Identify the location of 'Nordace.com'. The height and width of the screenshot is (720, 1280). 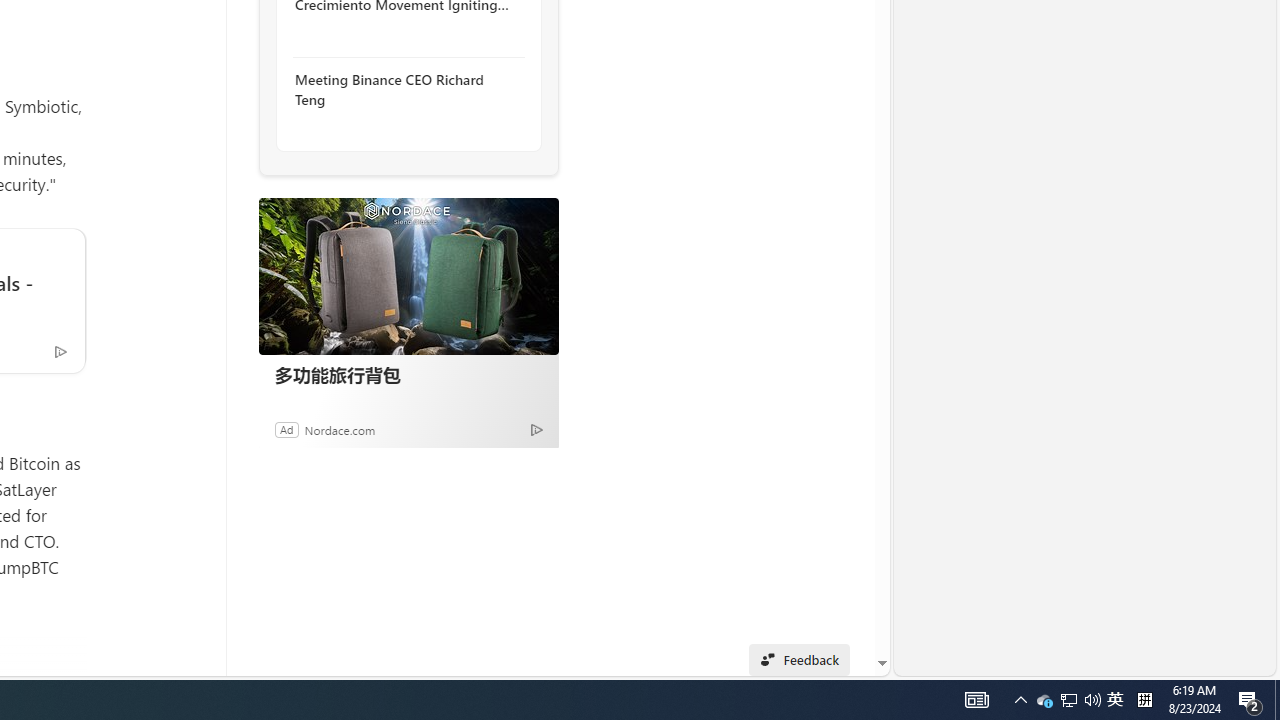
(339, 428).